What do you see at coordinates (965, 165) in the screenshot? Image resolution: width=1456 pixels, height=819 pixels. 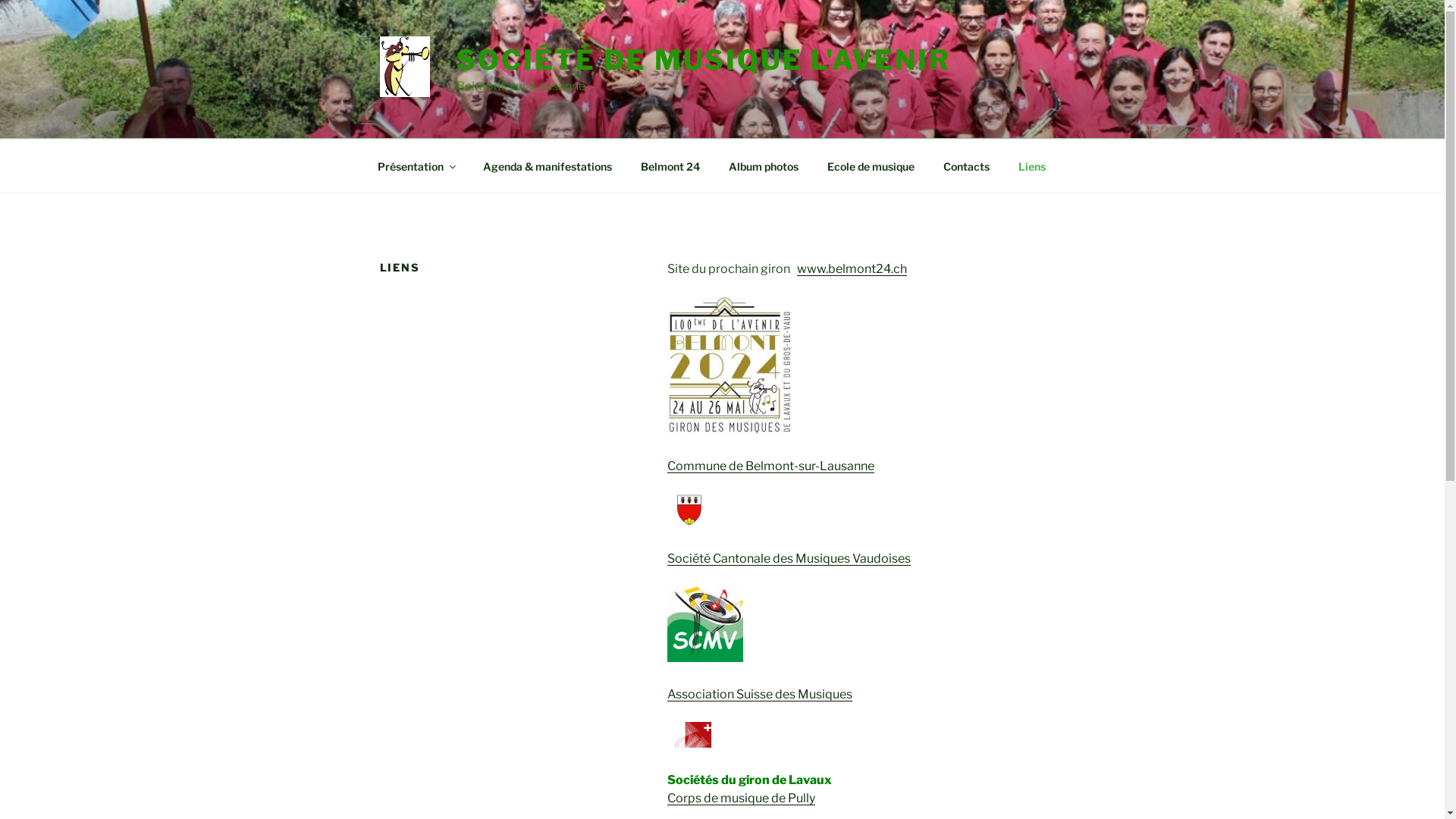 I see `'Contacts'` at bounding box center [965, 165].